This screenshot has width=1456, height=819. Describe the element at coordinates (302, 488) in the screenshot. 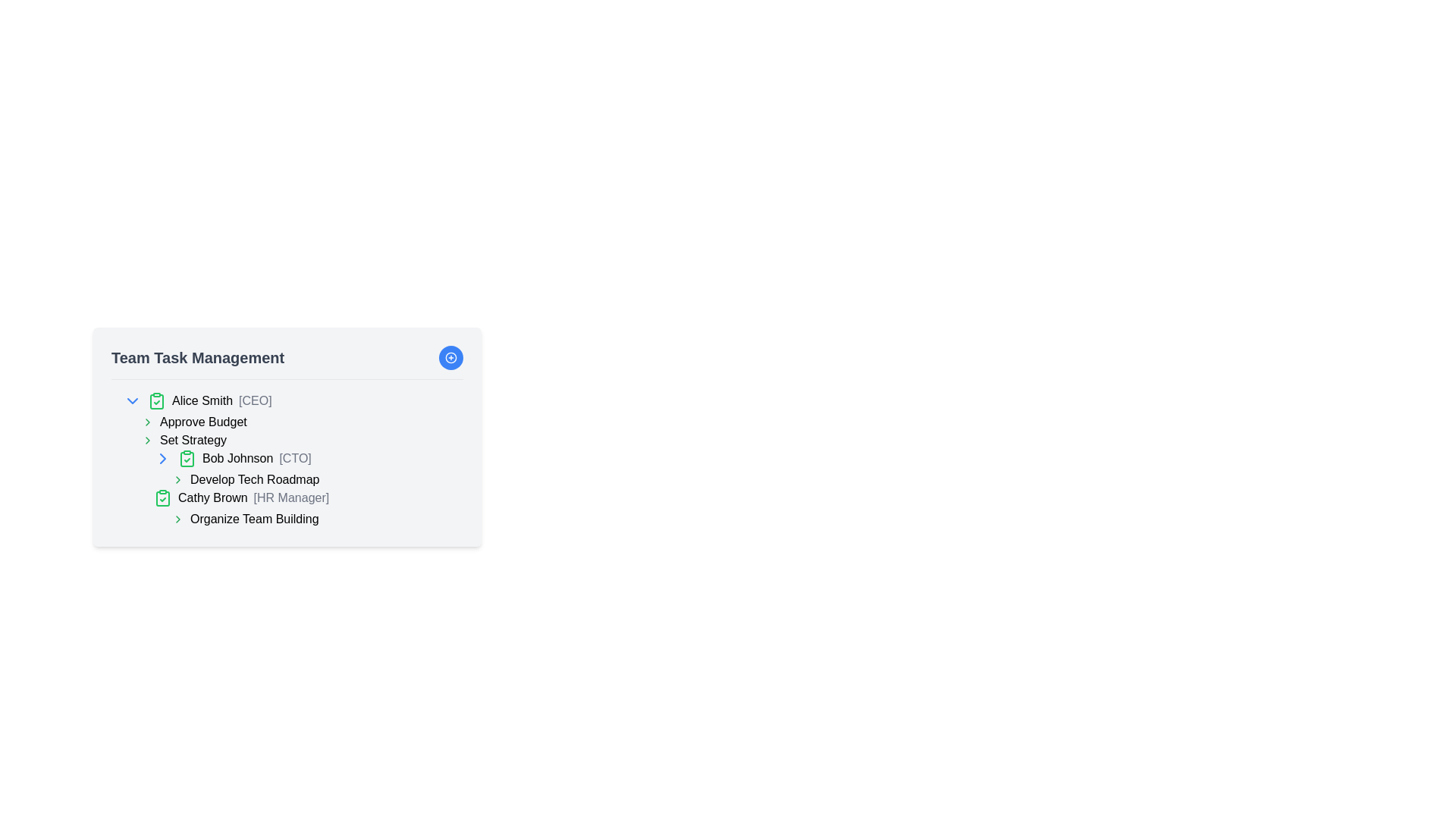

I see `the task text in the group of informative text and icons located under the 'Set Strategy' section, directly below the 'Bob Johnson [CTO]' node` at that location.